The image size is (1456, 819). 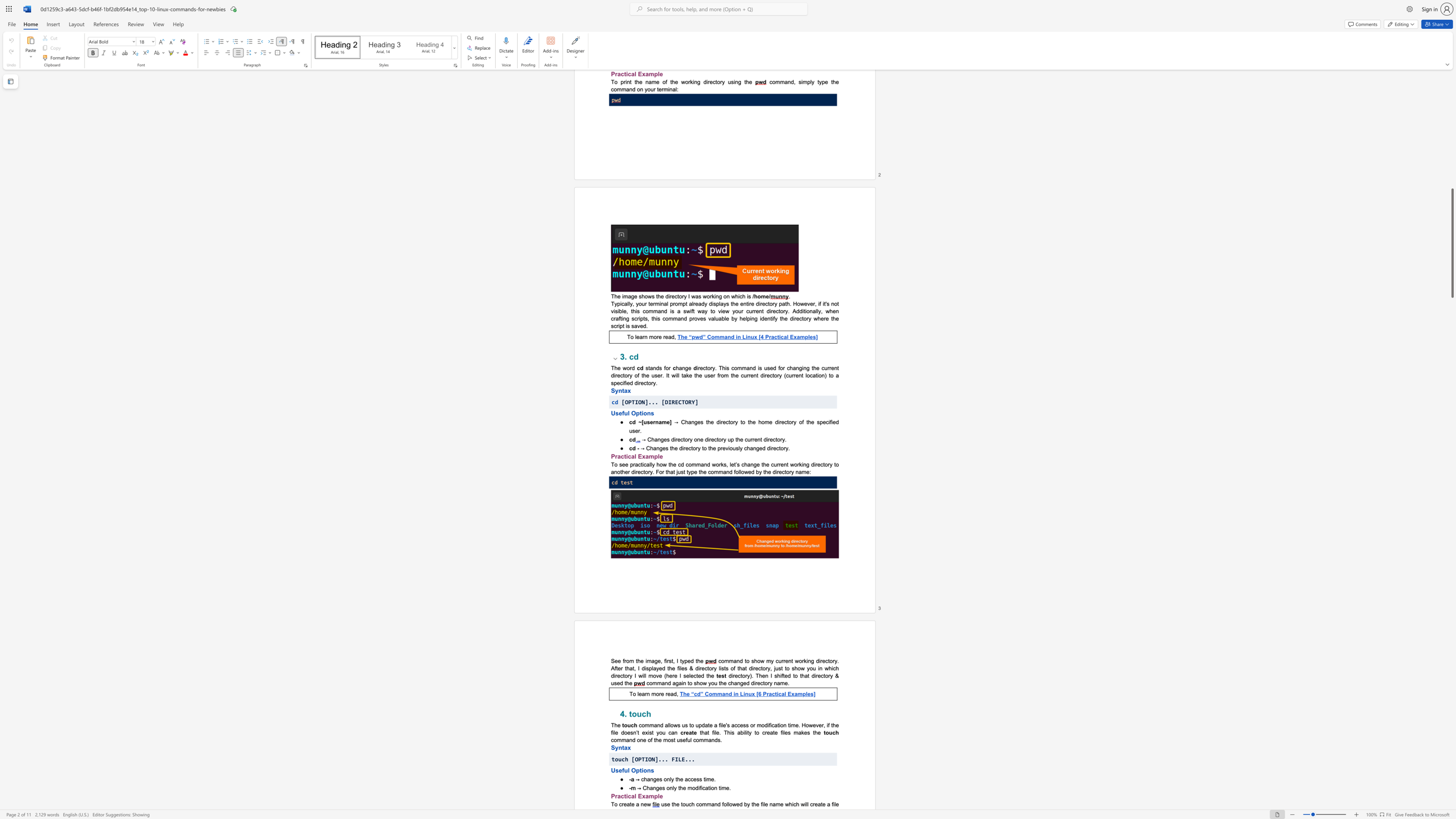 What do you see at coordinates (712, 779) in the screenshot?
I see `the 4th character "e" in the text` at bounding box center [712, 779].